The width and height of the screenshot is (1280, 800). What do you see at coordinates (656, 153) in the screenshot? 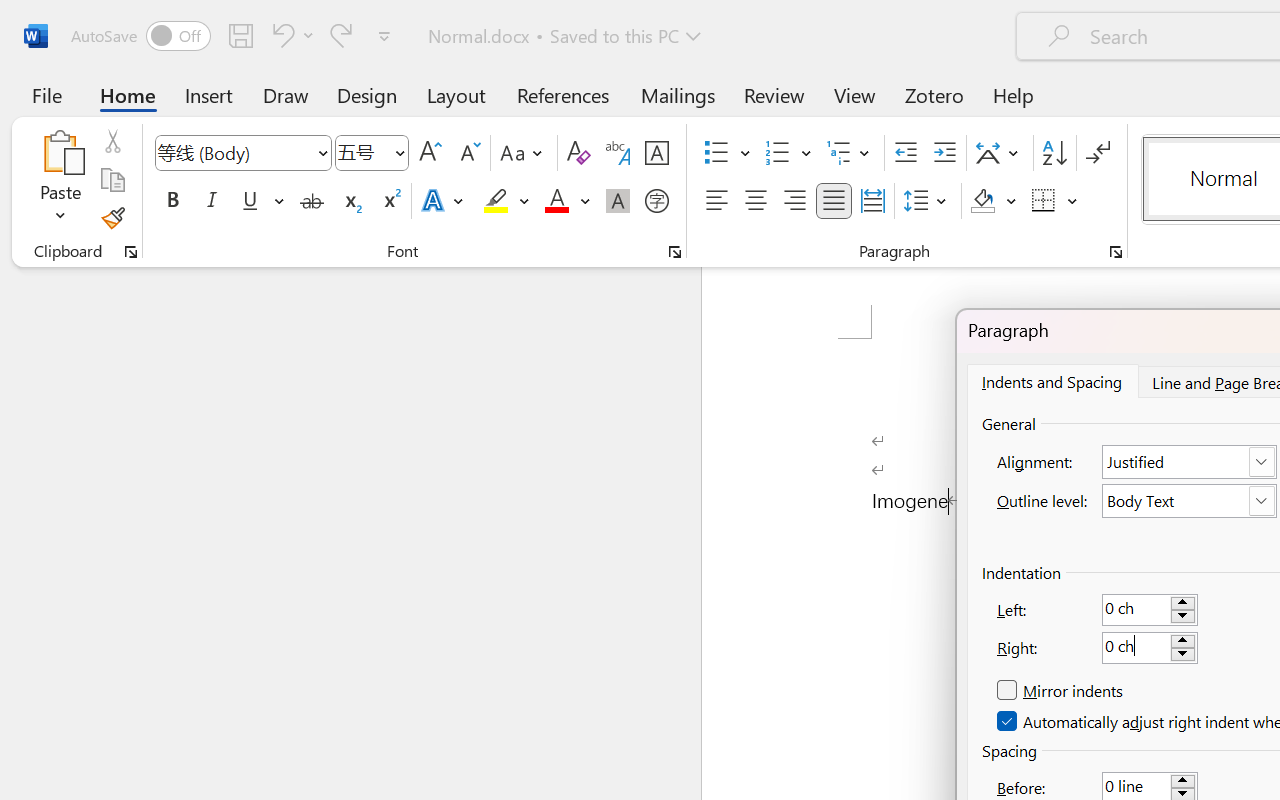
I see `'Character Border'` at bounding box center [656, 153].